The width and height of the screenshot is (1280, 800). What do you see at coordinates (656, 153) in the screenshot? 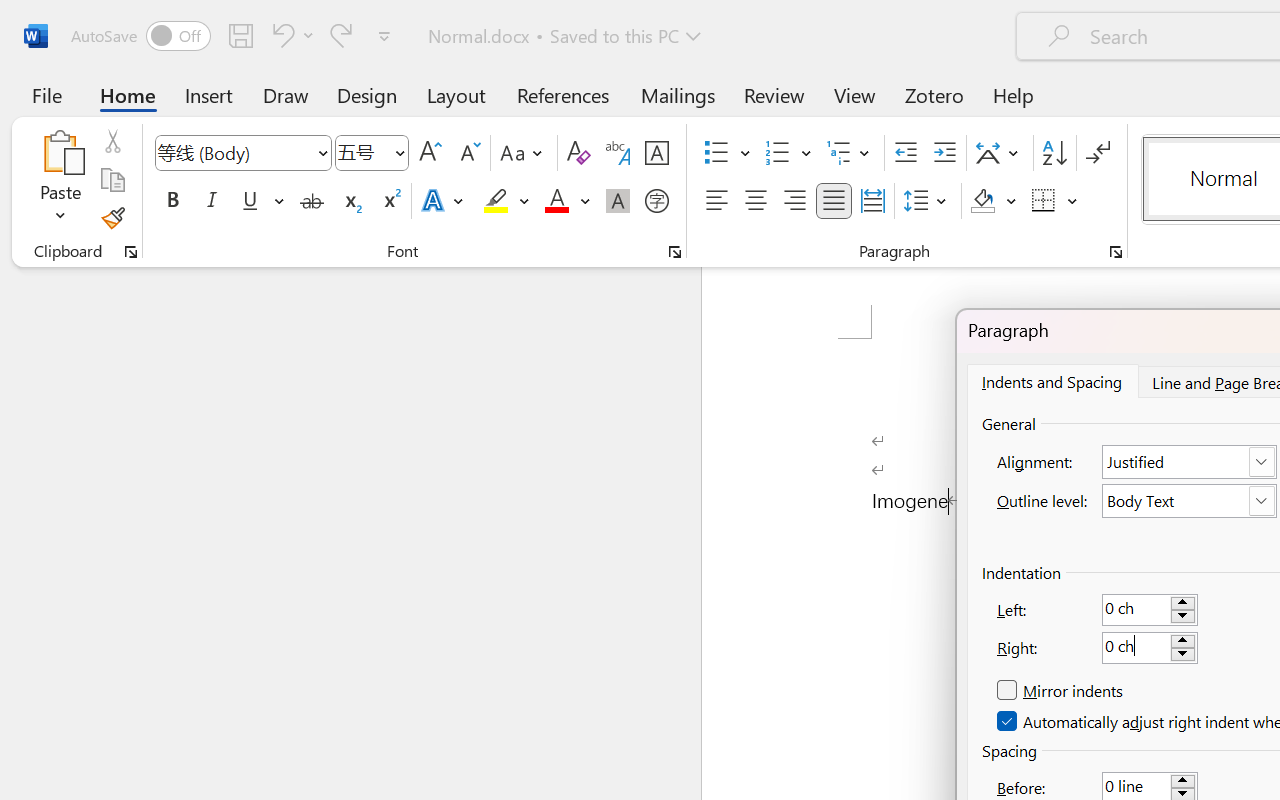
I see `'Character Border'` at bounding box center [656, 153].